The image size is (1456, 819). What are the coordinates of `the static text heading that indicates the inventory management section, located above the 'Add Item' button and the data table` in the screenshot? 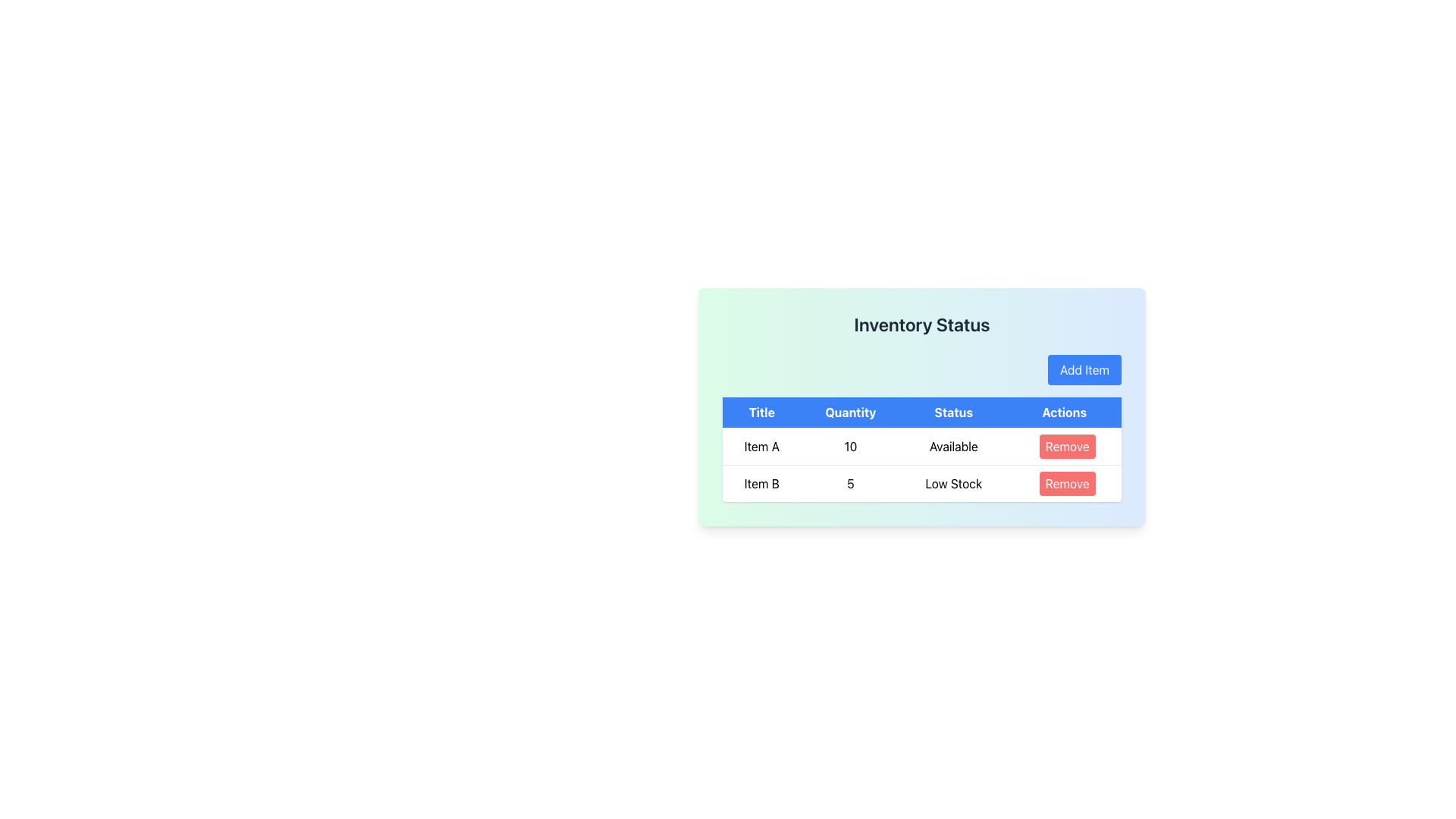 It's located at (921, 324).